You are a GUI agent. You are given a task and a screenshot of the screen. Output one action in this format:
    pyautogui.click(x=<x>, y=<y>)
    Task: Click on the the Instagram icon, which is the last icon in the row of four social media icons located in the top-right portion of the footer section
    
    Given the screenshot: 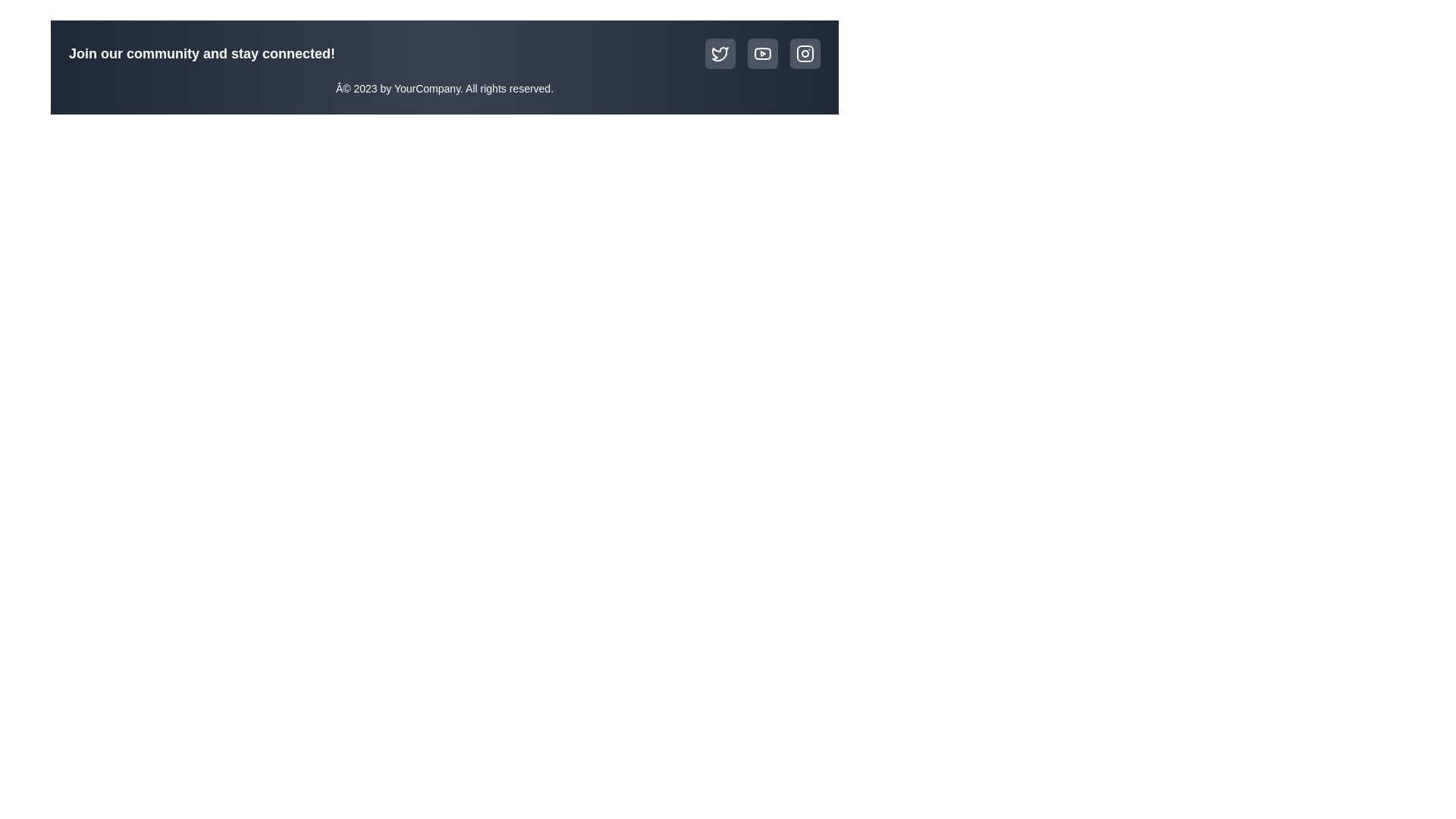 What is the action you would take?
    pyautogui.click(x=804, y=52)
    